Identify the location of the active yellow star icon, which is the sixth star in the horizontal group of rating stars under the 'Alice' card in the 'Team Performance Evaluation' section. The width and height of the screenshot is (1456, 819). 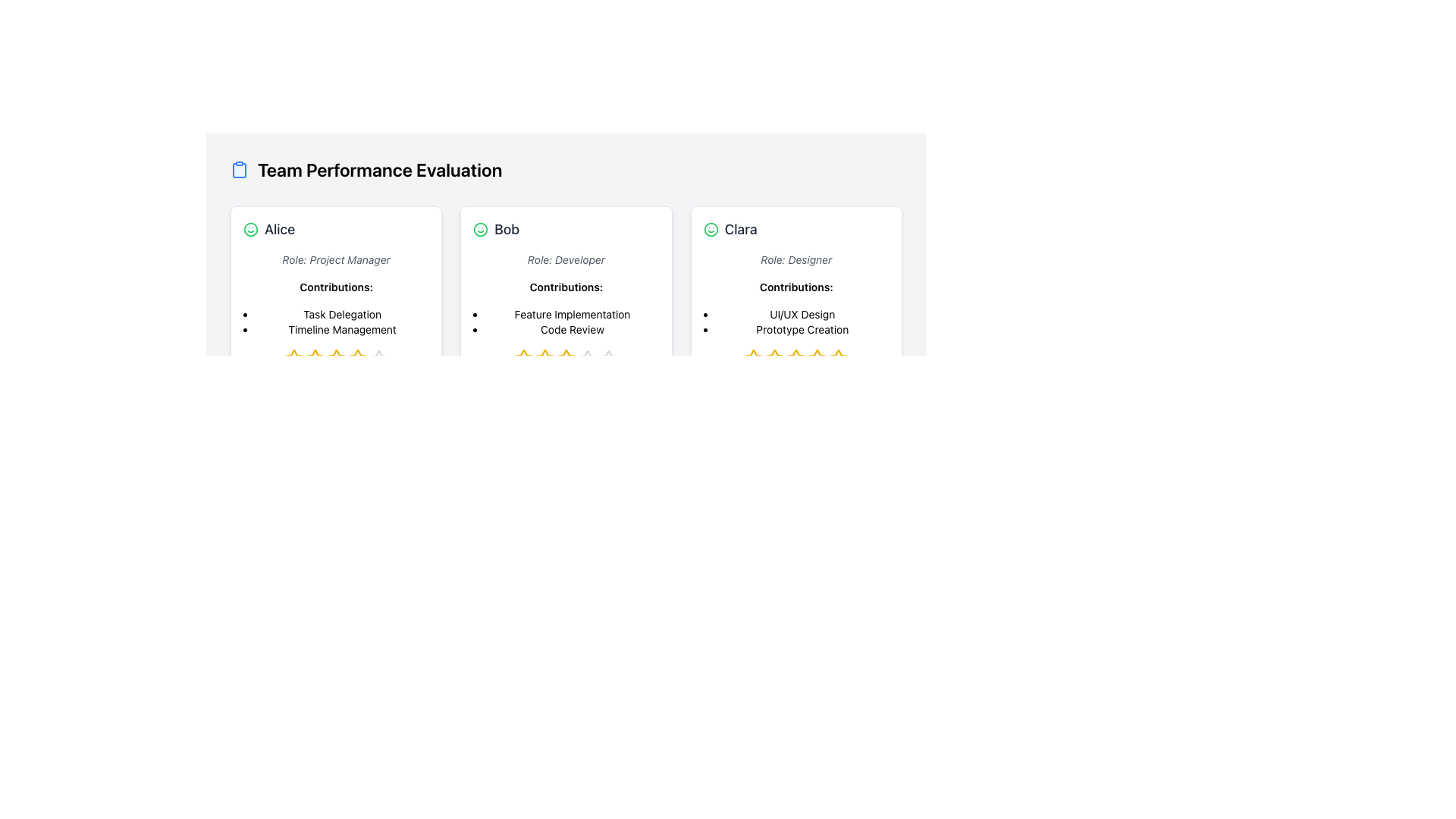
(356, 359).